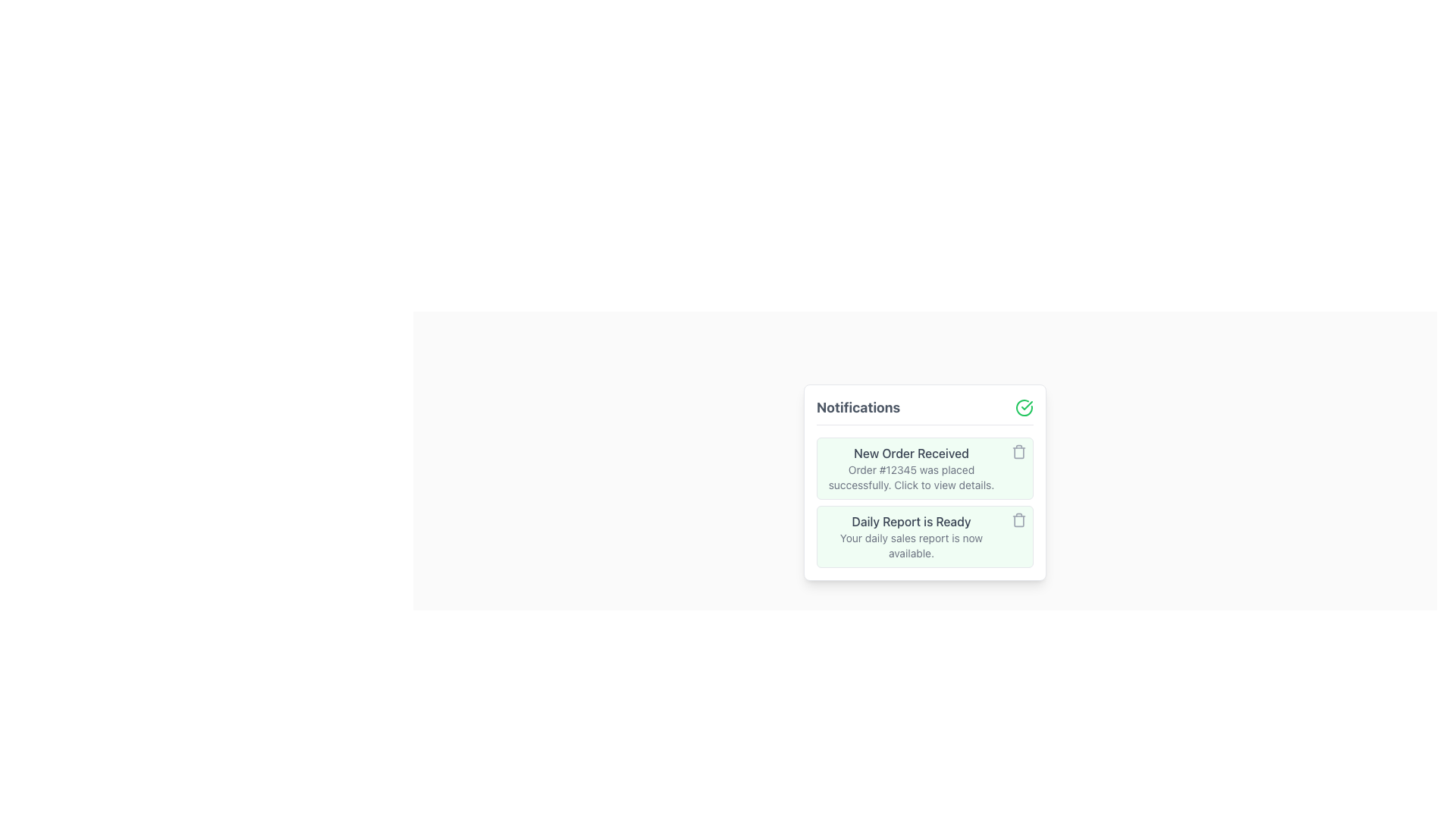  I want to click on the supplementary information text related to the 'Daily Report is Ready' notification, which is positioned directly below the main notification text, so click(910, 546).